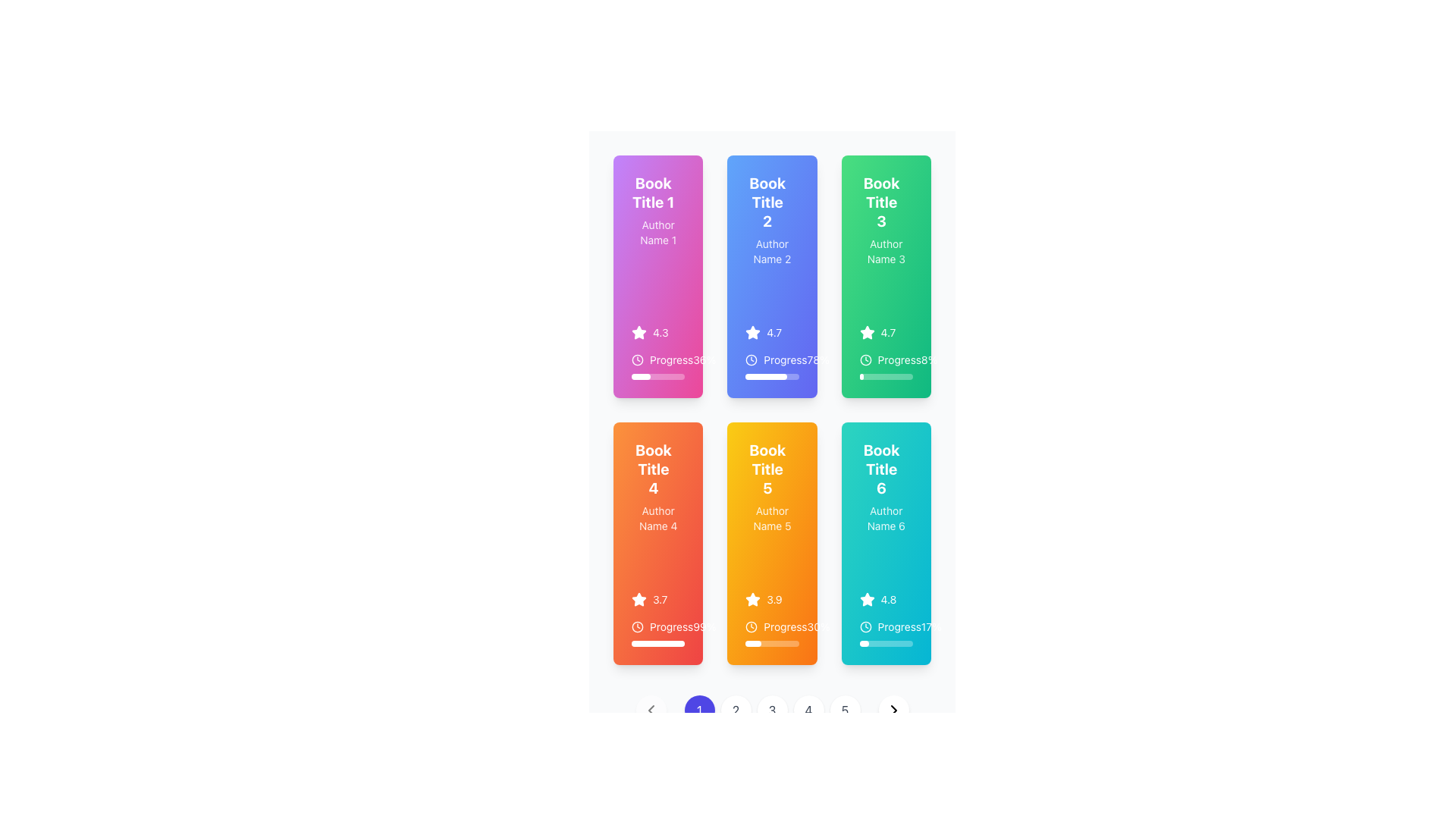  Describe the element at coordinates (865, 626) in the screenshot. I see `the circular vector graphic element resembling a clock face located in the lower right section of the card labeled 'Book Title 6', adjacent to the text 'Progress17%' and above a progress bar` at that location.